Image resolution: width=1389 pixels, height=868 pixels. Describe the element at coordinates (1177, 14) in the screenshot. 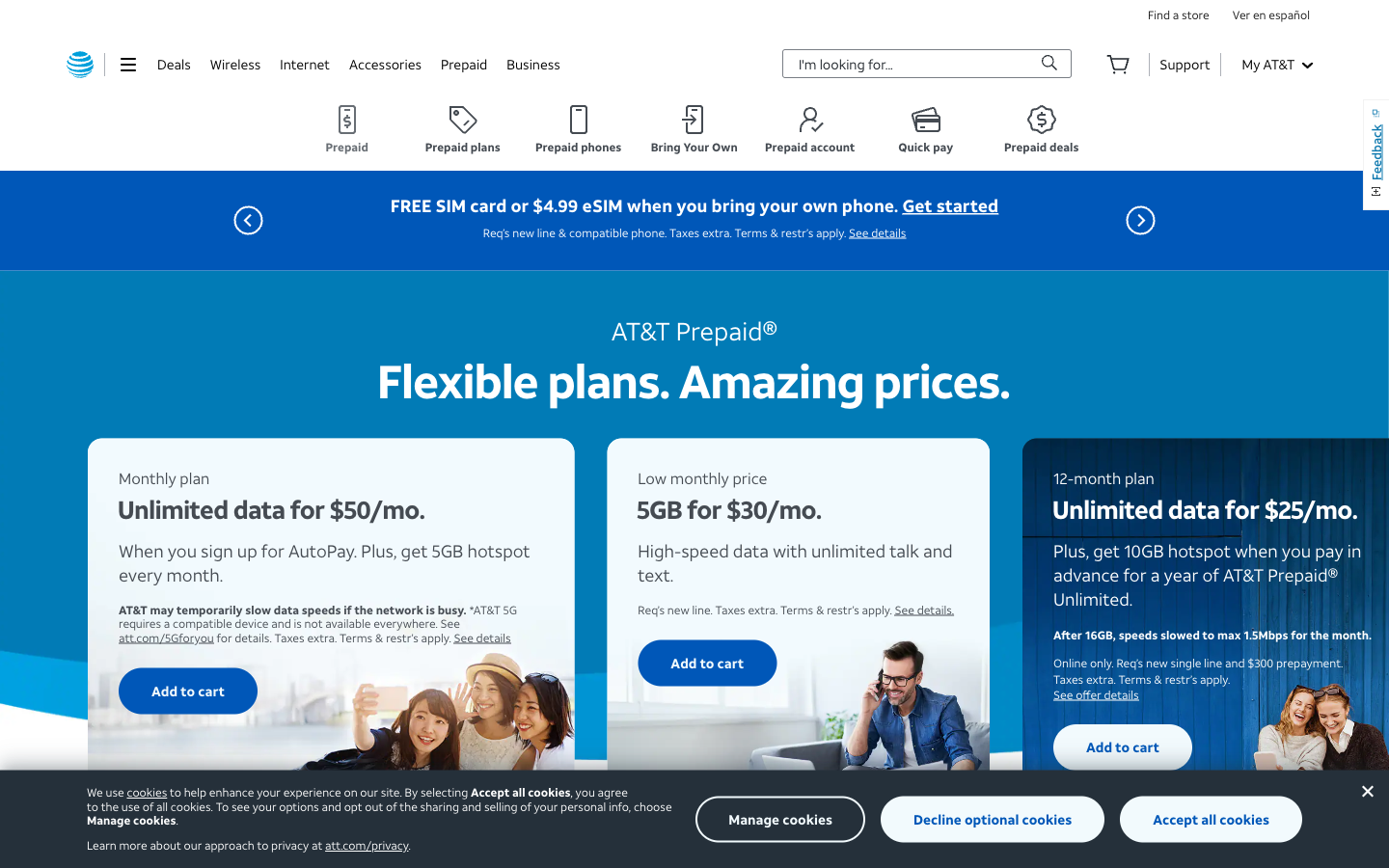

I see `View store locations in a new tab` at that location.